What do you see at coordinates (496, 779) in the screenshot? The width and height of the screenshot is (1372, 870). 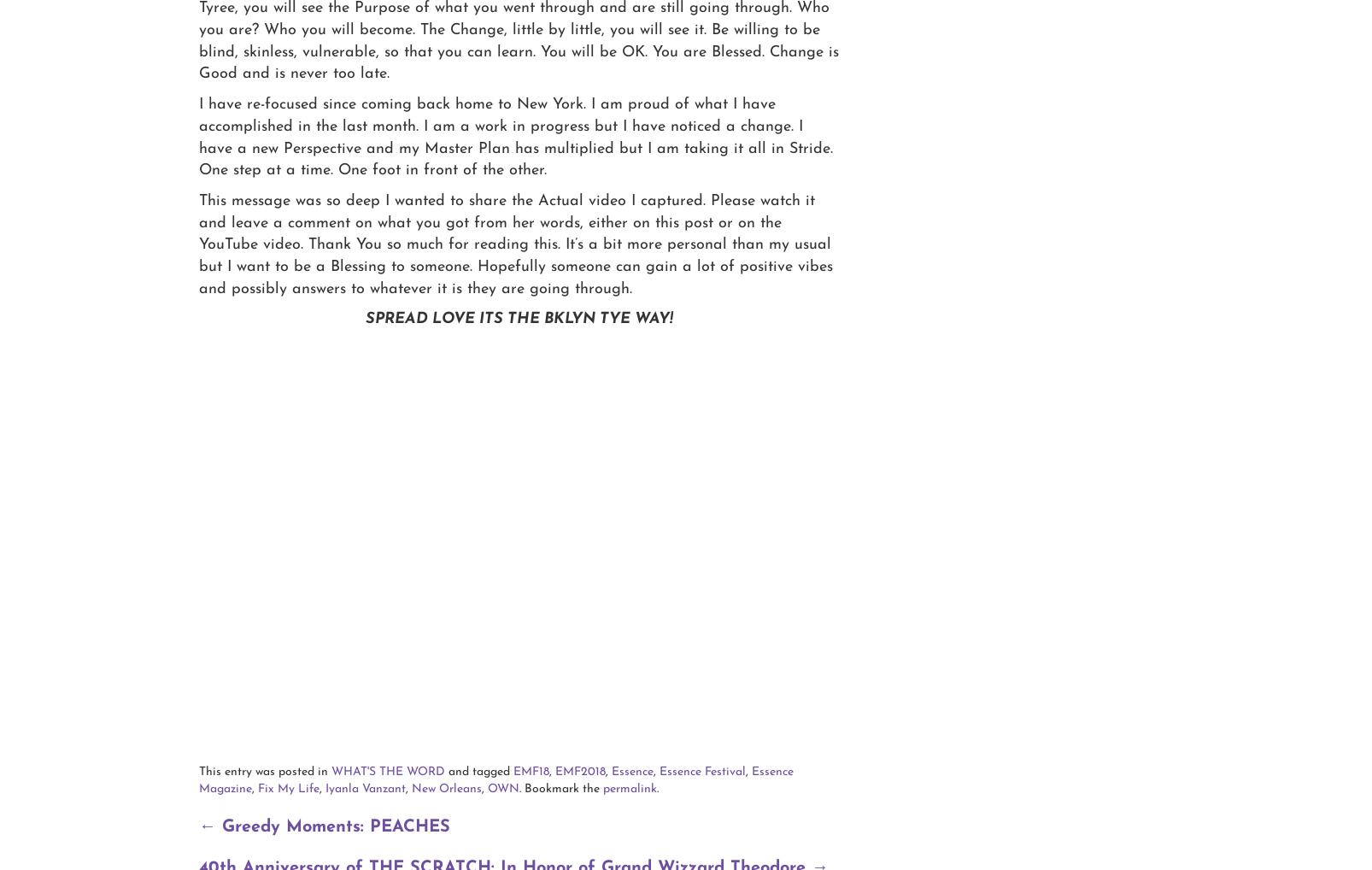 I see `'Essence Magazine'` at bounding box center [496, 779].